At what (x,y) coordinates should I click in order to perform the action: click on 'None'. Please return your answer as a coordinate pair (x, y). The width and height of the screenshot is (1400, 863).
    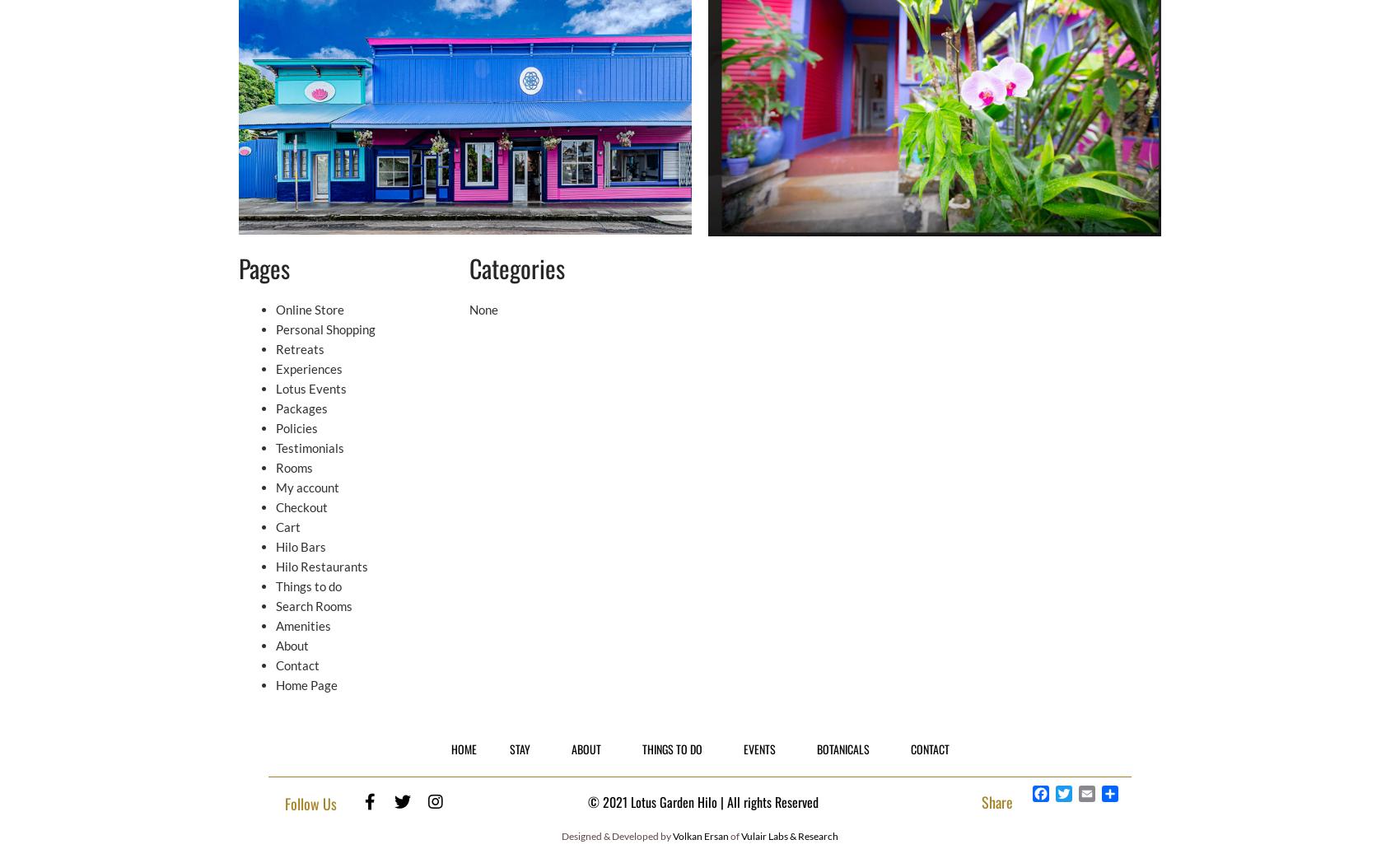
    Looking at the image, I should click on (483, 309).